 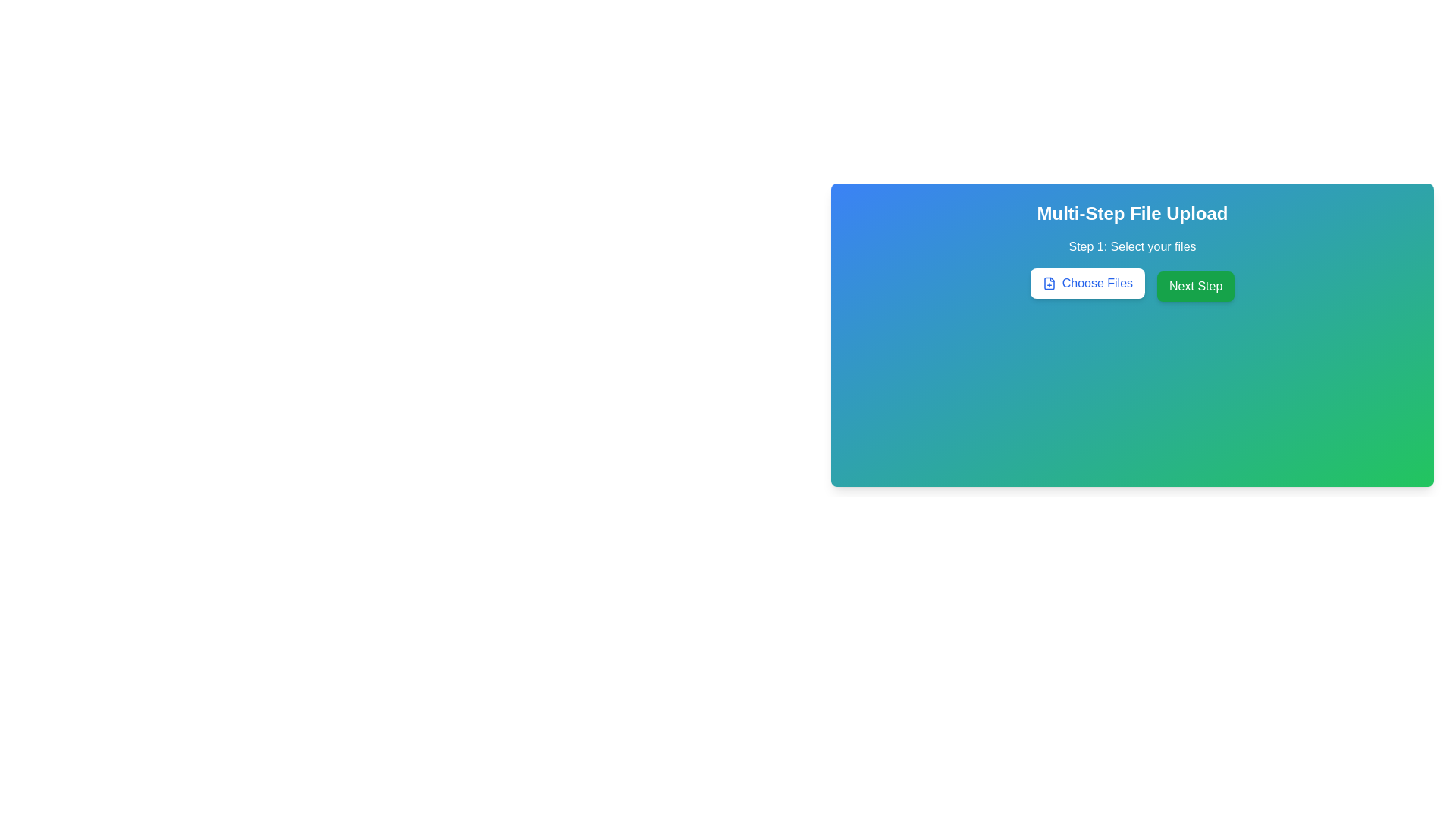 What do you see at coordinates (1097, 284) in the screenshot?
I see `the 'Choose Files' label, which indicates the functionality of the adjacent button for file uploads` at bounding box center [1097, 284].